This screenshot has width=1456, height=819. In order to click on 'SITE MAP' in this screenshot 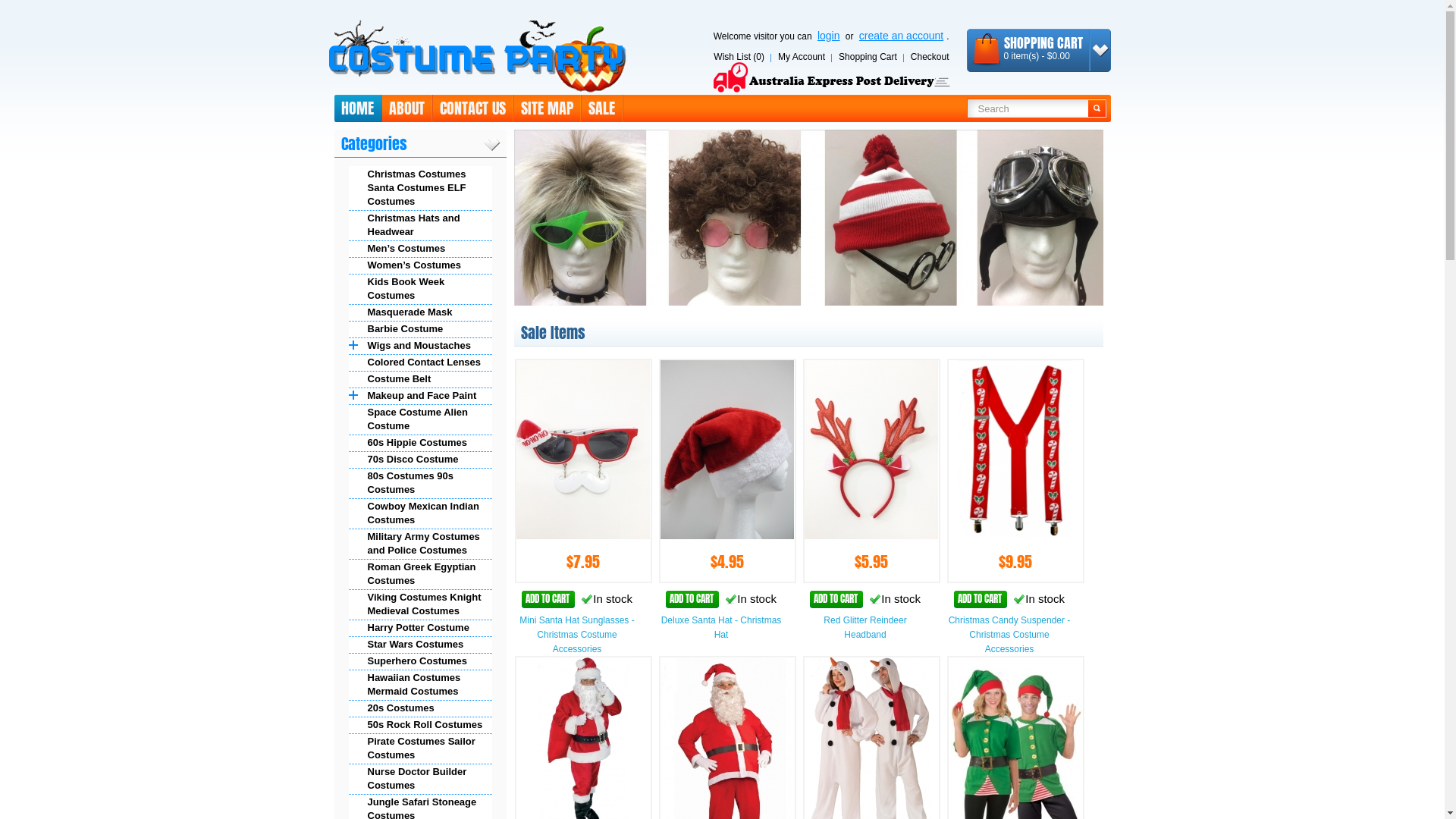, I will do `click(513, 107)`.